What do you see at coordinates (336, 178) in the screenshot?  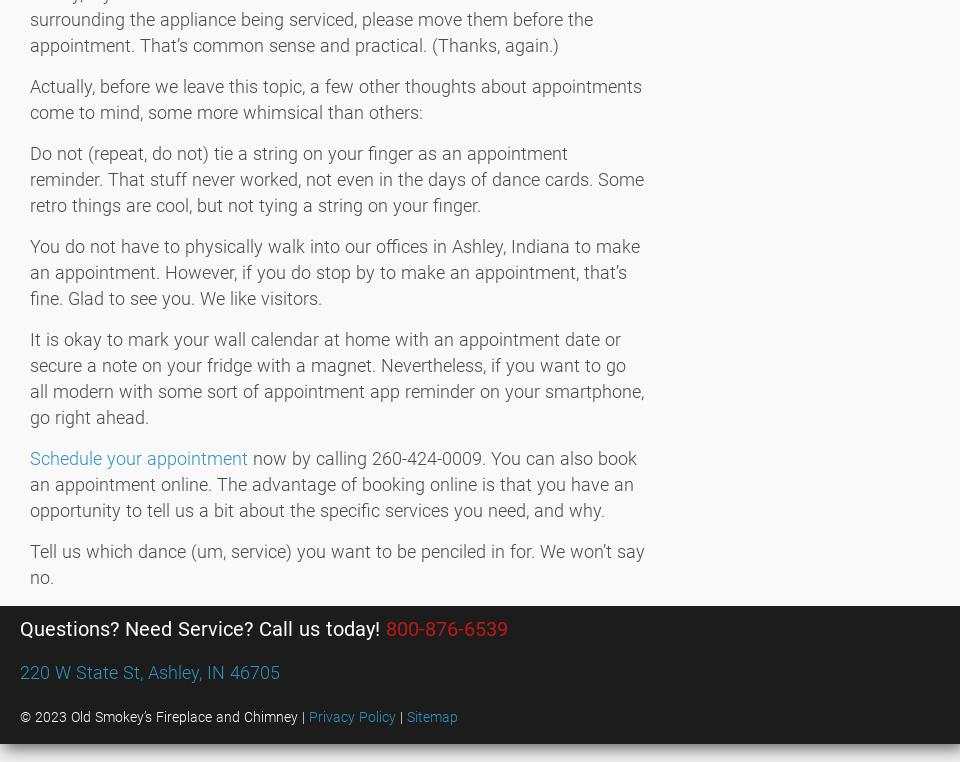 I see `'Do not (repeat, do not) tie a string on your finger as an appointment reminder. That stuff never worked, not even in the days of dance cards. Some retro things are cool, but not tying a string on your finger.'` at bounding box center [336, 178].